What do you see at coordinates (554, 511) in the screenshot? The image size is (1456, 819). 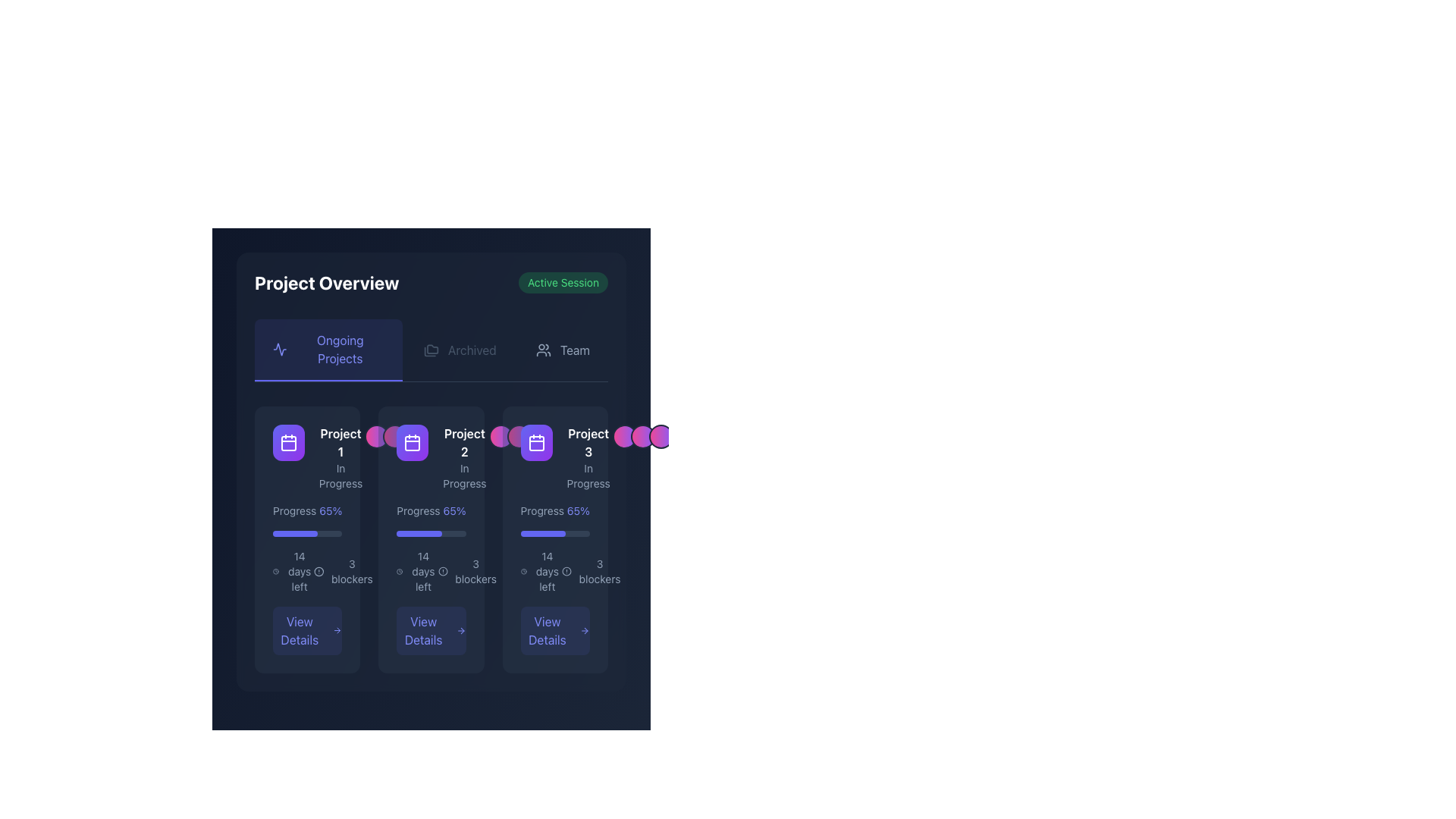 I see `the progress percentage text label located in the third card under 'Project Overview' for 'Project 3', positioned below the 'In Progress' header and above the progress bar` at bounding box center [554, 511].